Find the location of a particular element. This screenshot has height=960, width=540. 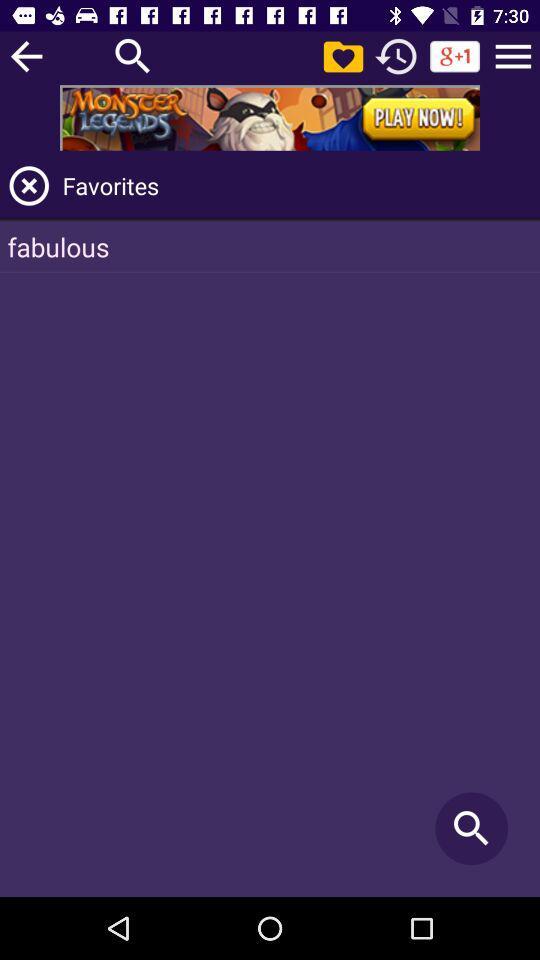

the favorite icon is located at coordinates (342, 55).